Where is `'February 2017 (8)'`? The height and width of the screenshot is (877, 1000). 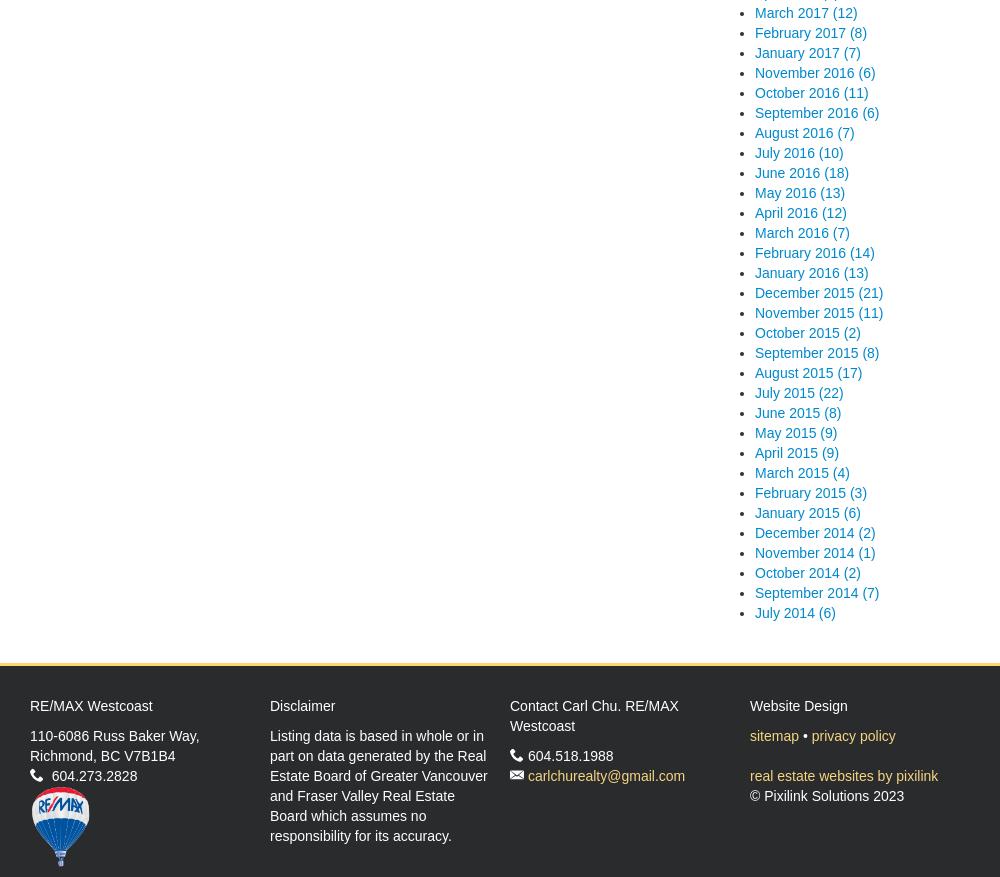
'February 2017 (8)' is located at coordinates (811, 31).